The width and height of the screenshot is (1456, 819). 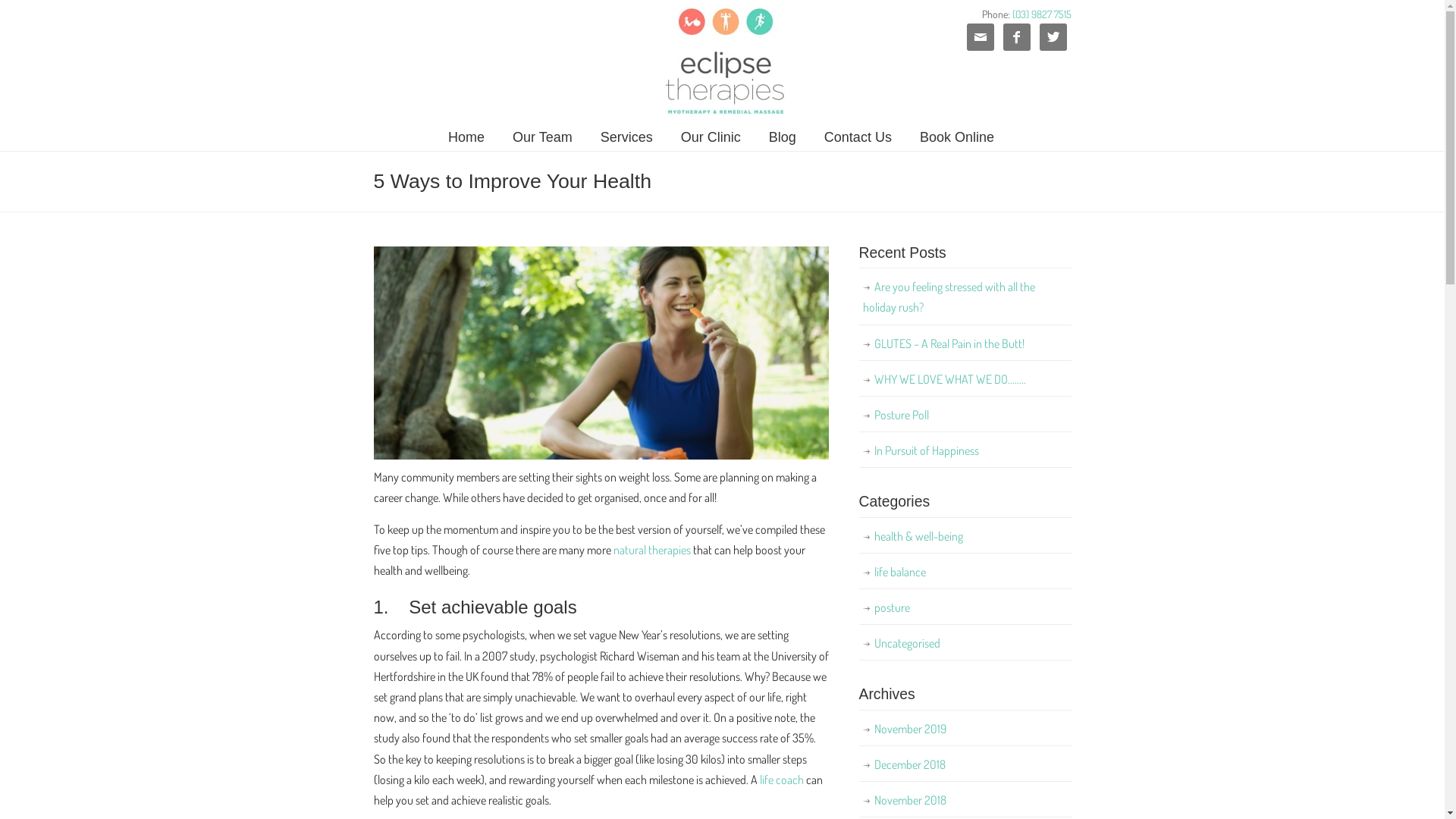 I want to click on 'Eclipse Therapies', so click(x=645, y=61).